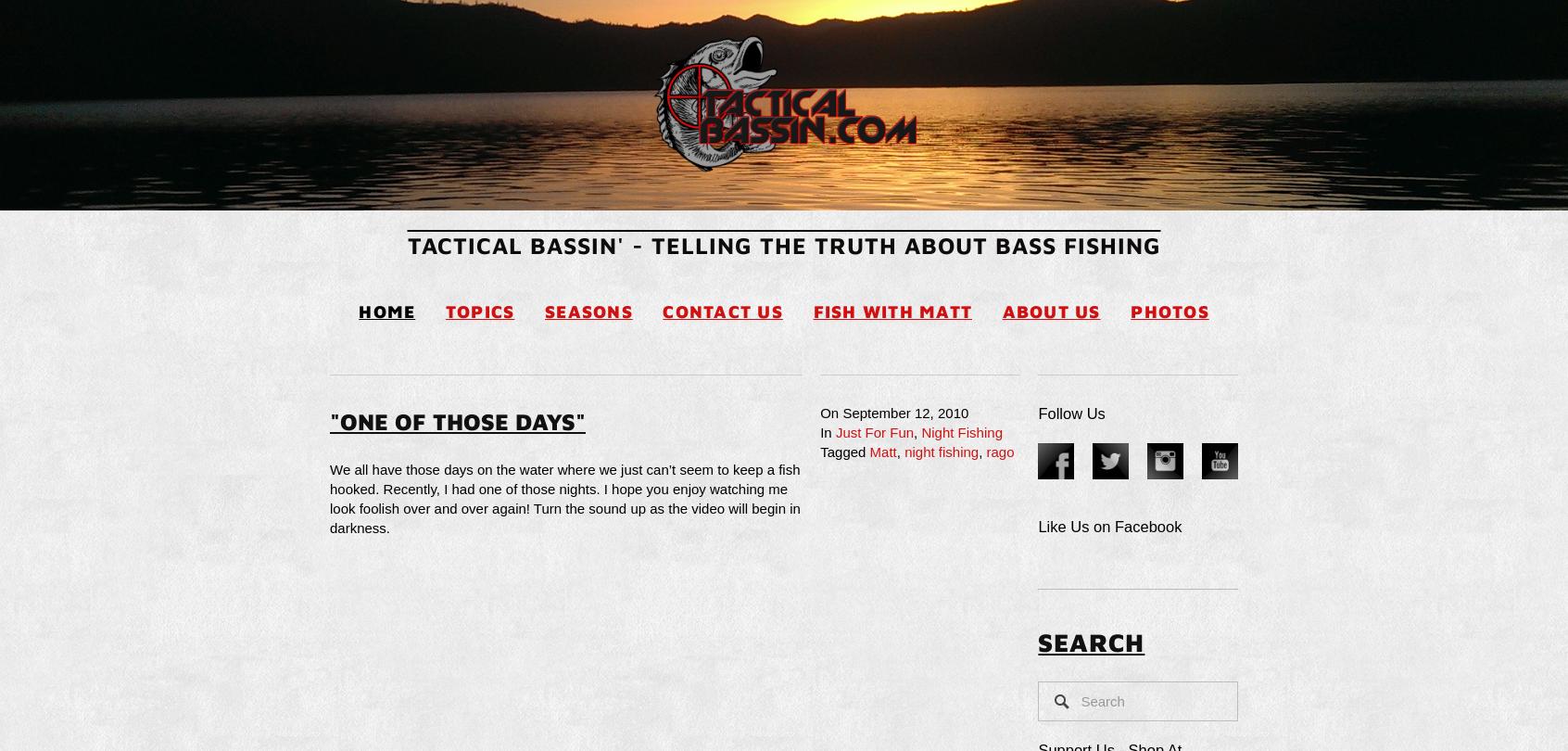  Describe the element at coordinates (386, 310) in the screenshot. I see `'Home'` at that location.